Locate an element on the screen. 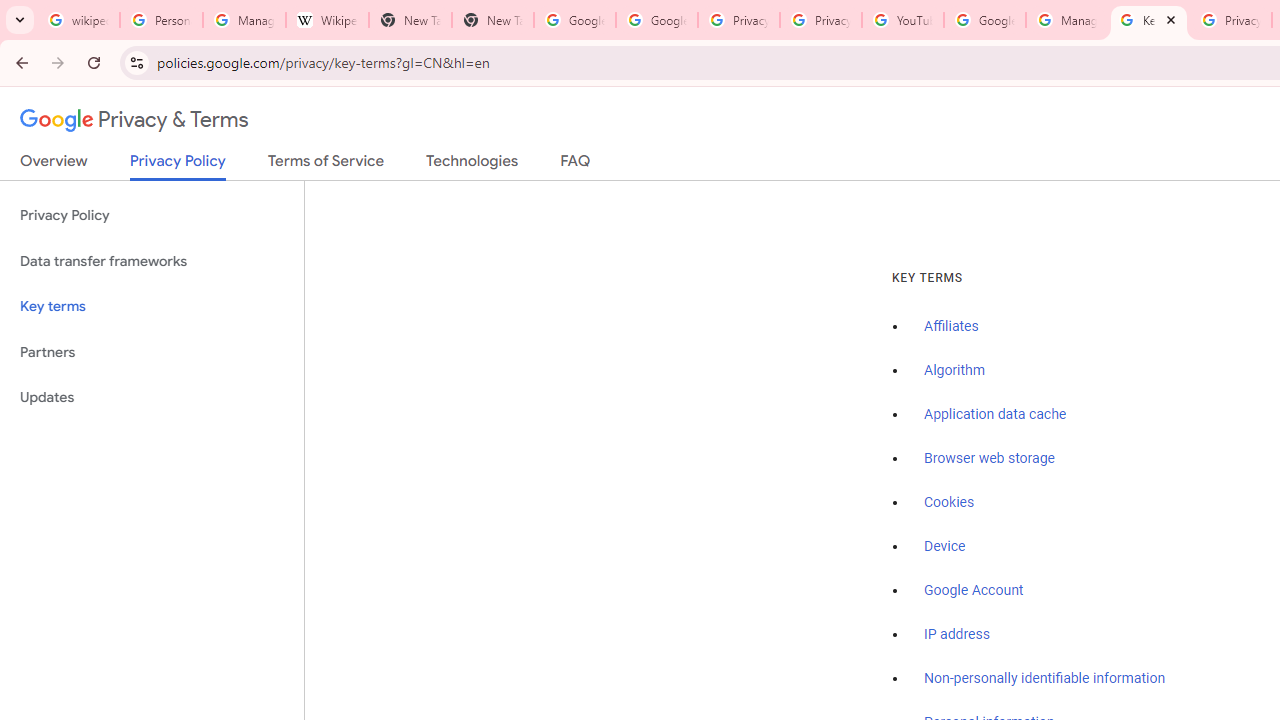 This screenshot has width=1280, height=720. 'Wikipedia:Edit requests - Wikipedia' is located at coordinates (327, 20).